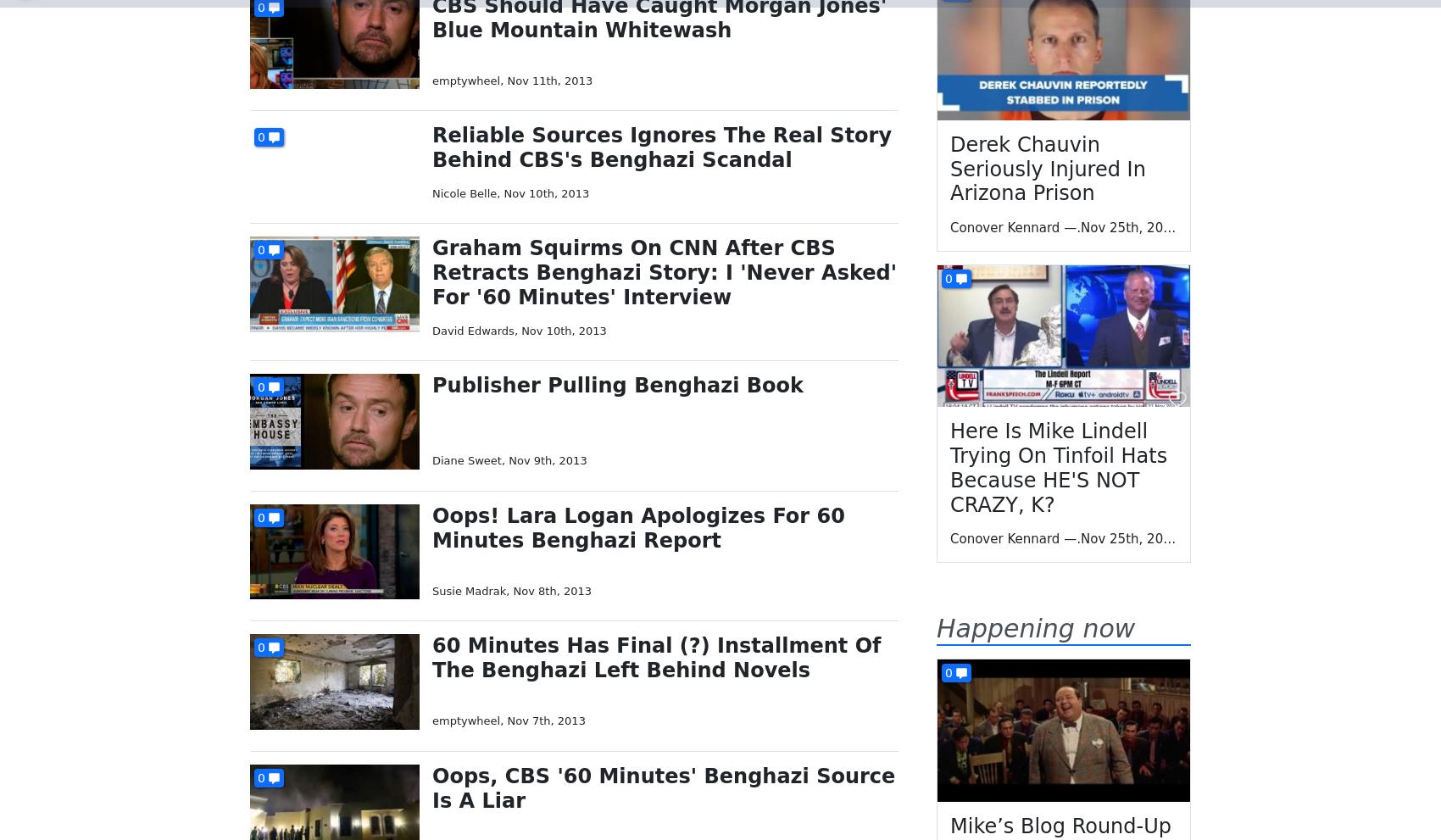 This screenshot has height=840, width=1441. What do you see at coordinates (552, 590) in the screenshot?
I see `'Nov 8th, 2013'` at bounding box center [552, 590].